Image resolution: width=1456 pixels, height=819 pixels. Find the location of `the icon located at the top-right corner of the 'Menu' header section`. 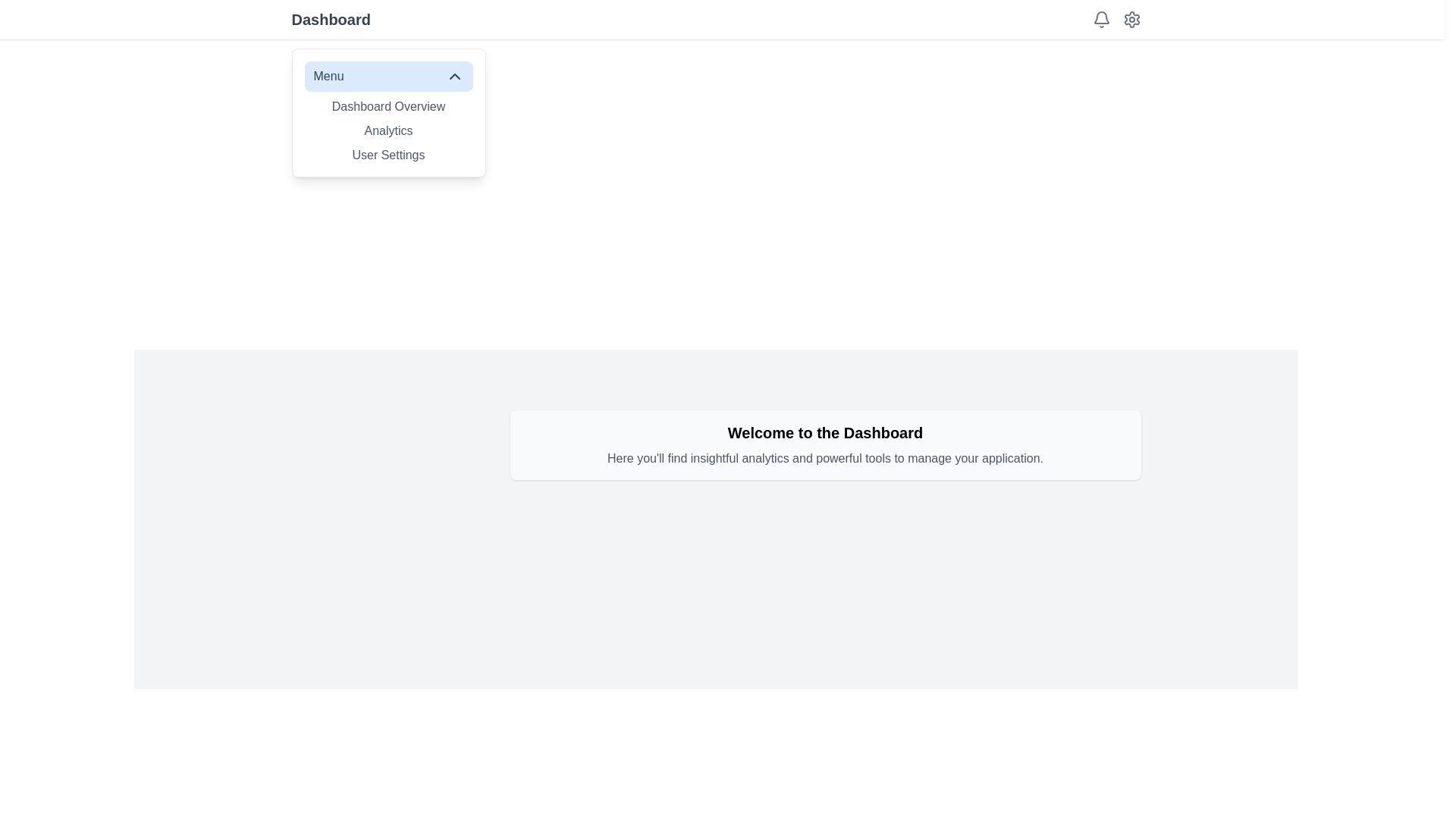

the icon located at the top-right corner of the 'Menu' header section is located at coordinates (453, 76).